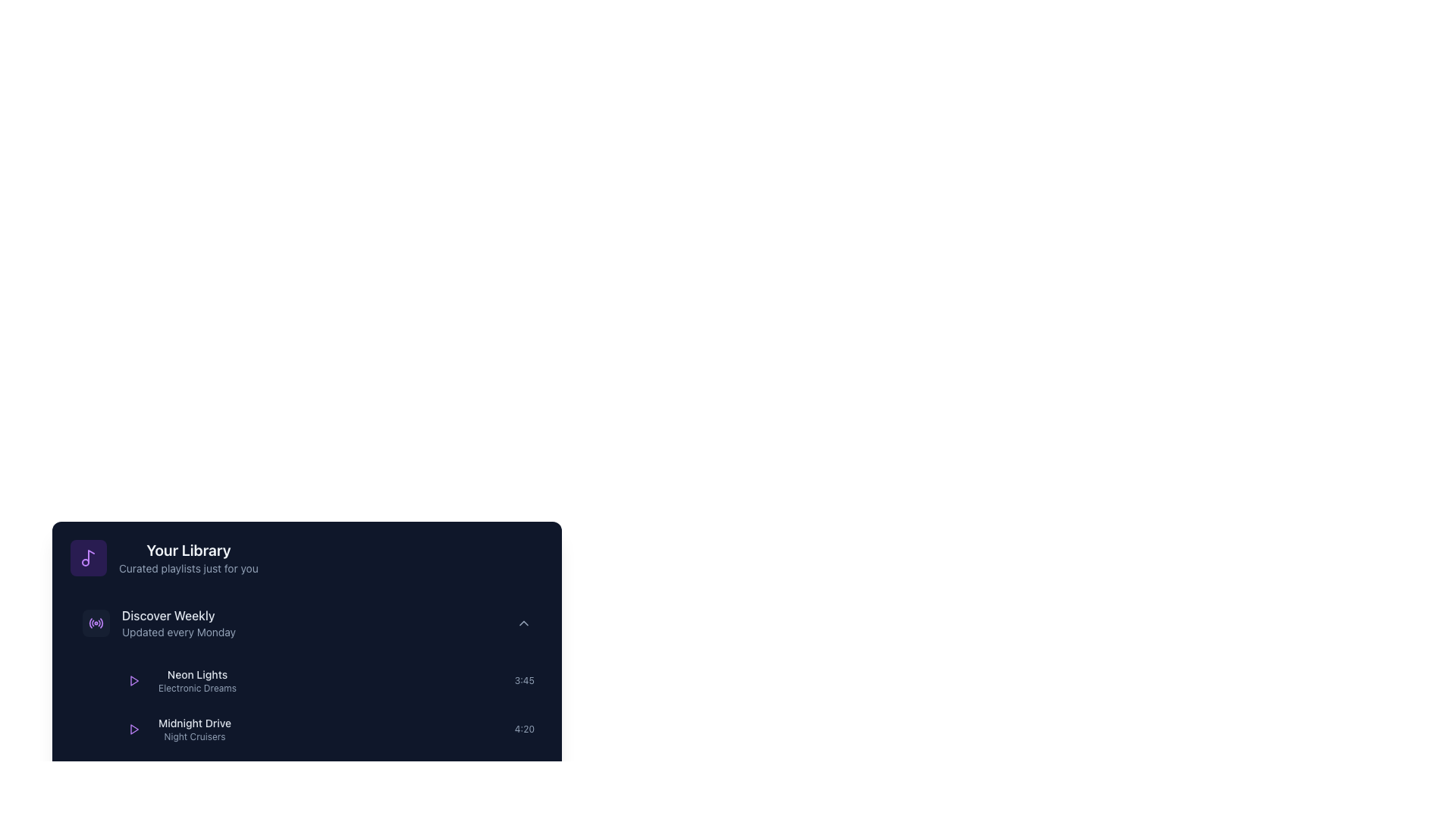  I want to click on the SVG icon shaped as an inverted chevron, which is located in the 'Discover Weekly' section, adjacent to the text describing 'Discover Weekly' and its update details, so click(524, 623).